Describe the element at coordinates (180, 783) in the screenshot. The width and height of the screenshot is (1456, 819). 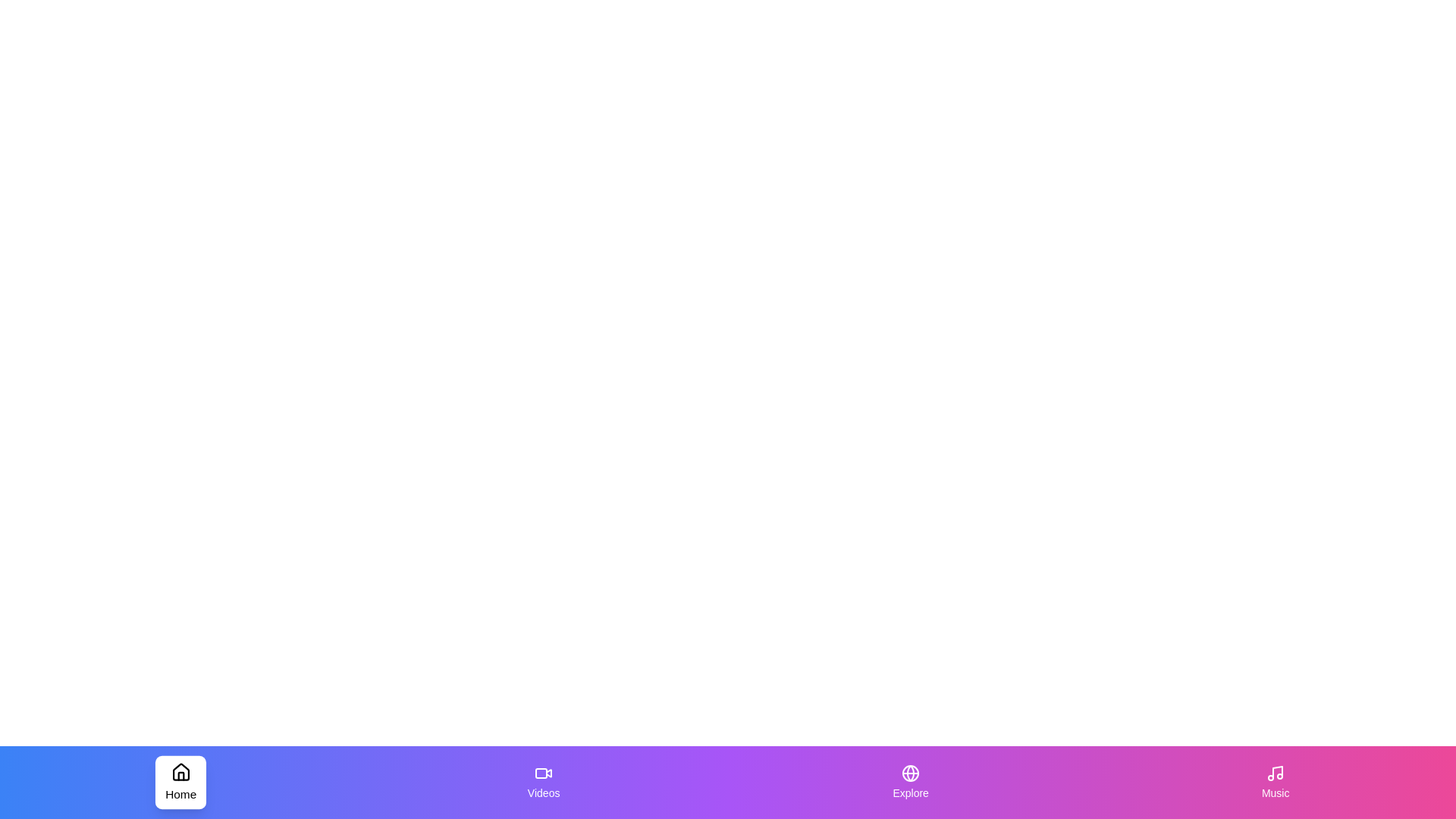
I see `the Home tab by clicking on its icon or label` at that location.